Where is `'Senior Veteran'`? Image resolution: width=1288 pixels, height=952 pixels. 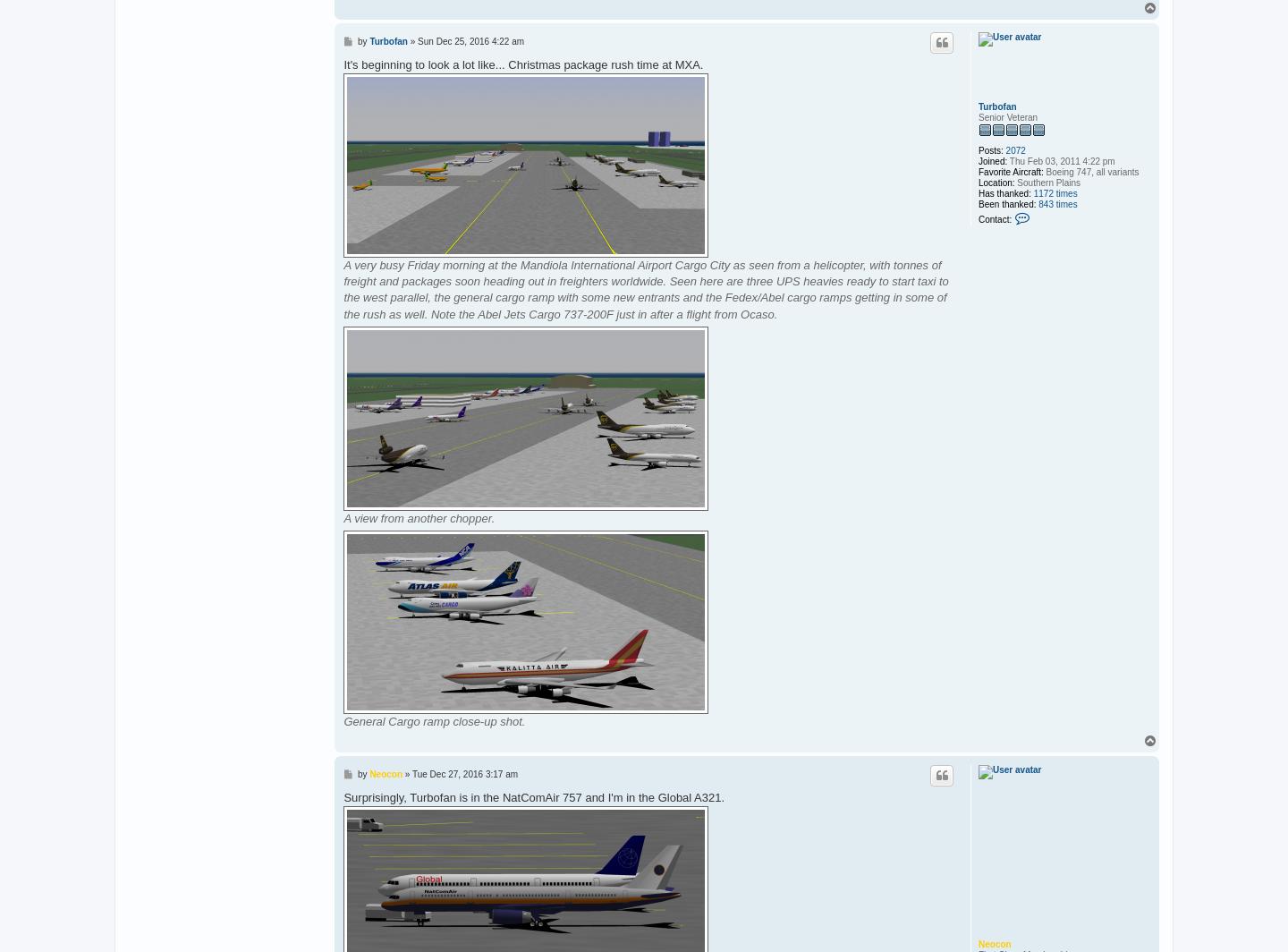
'Senior Veteran' is located at coordinates (977, 116).